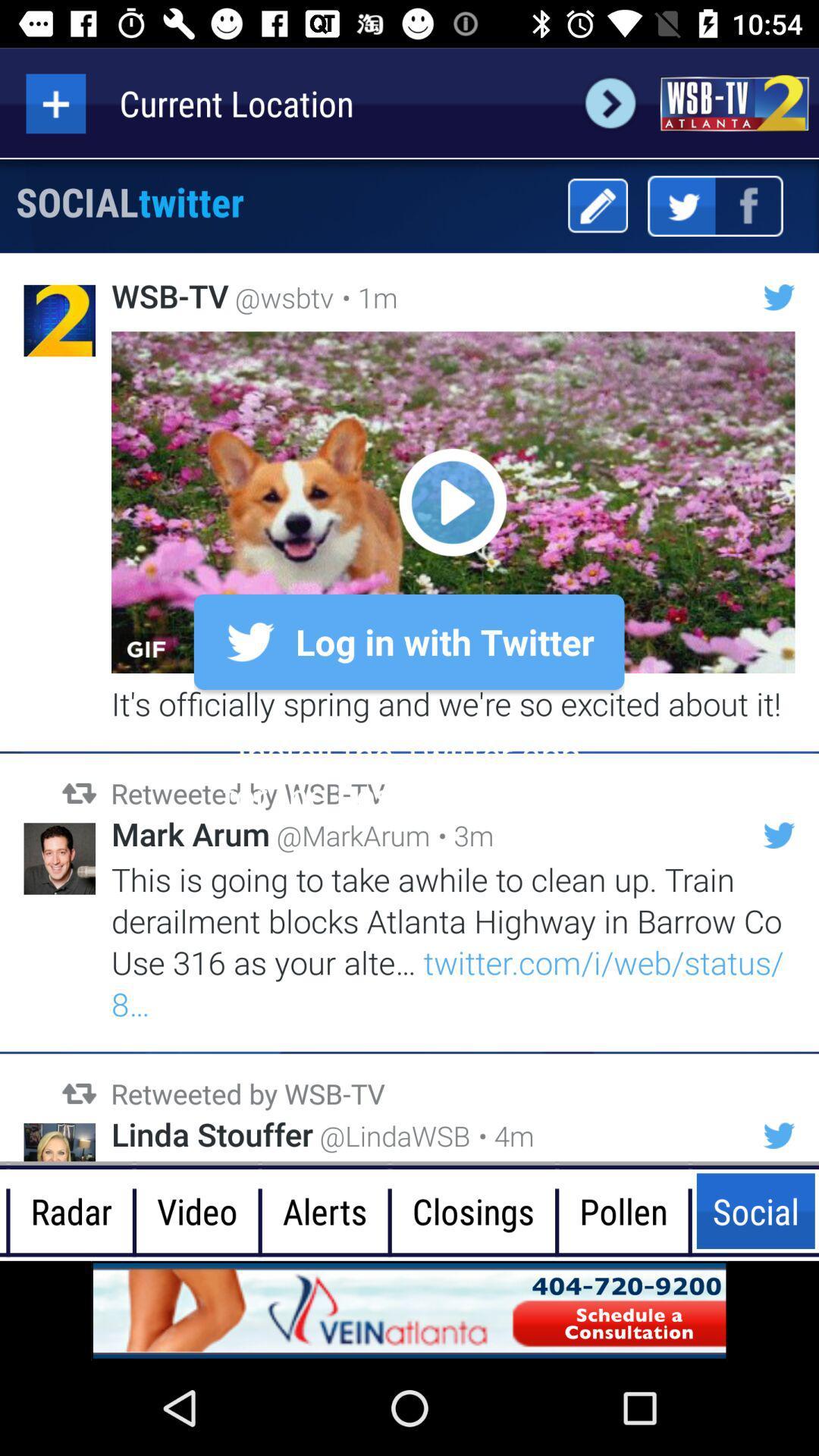 The height and width of the screenshot is (1456, 819). I want to click on the log in with twitter, so click(409, 642).